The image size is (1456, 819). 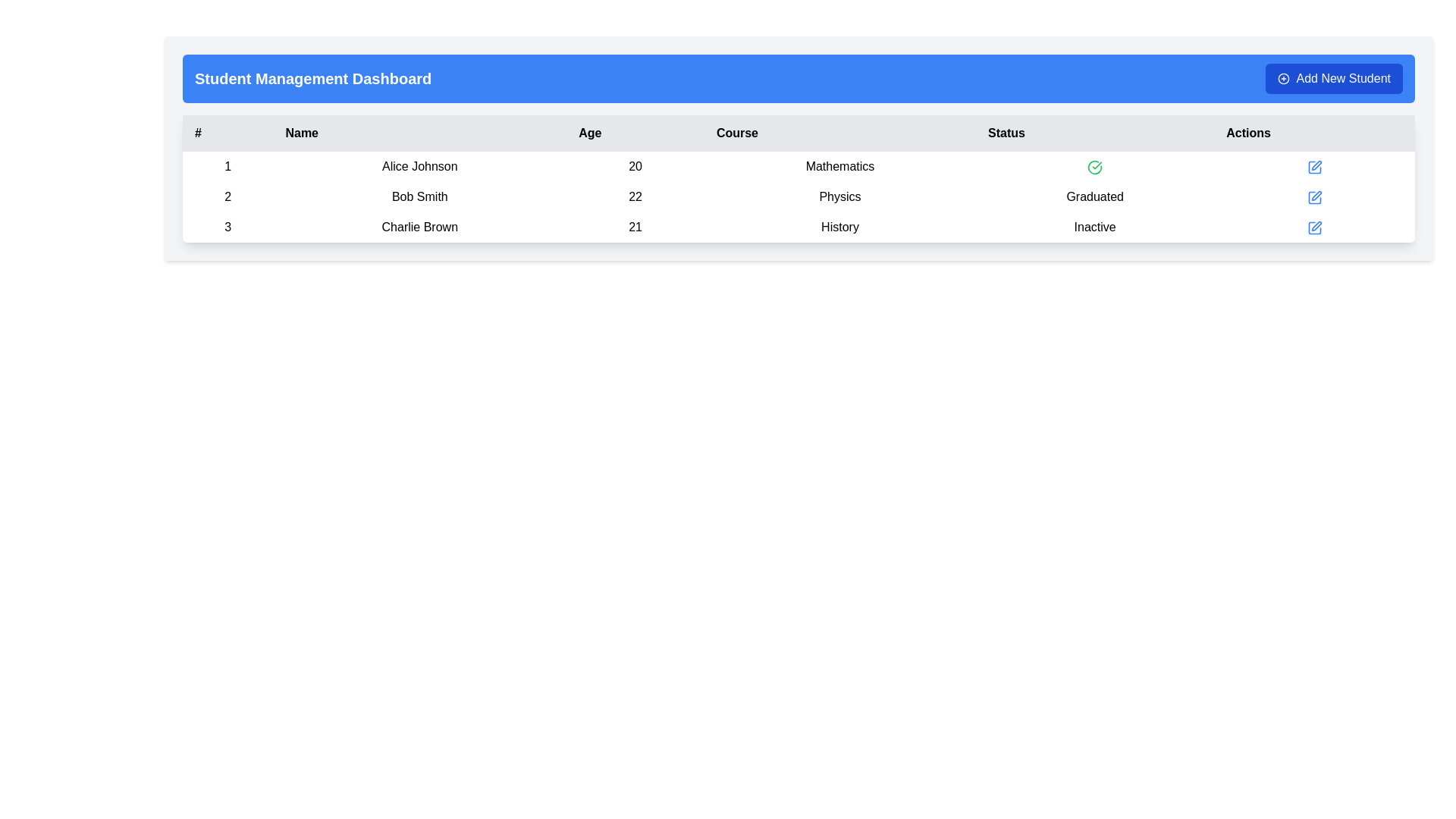 What do you see at coordinates (419, 227) in the screenshot?
I see `the 'Charlie Brown' text label located in the second column of the third row of the table, corresponding to the 'Name' field` at bounding box center [419, 227].